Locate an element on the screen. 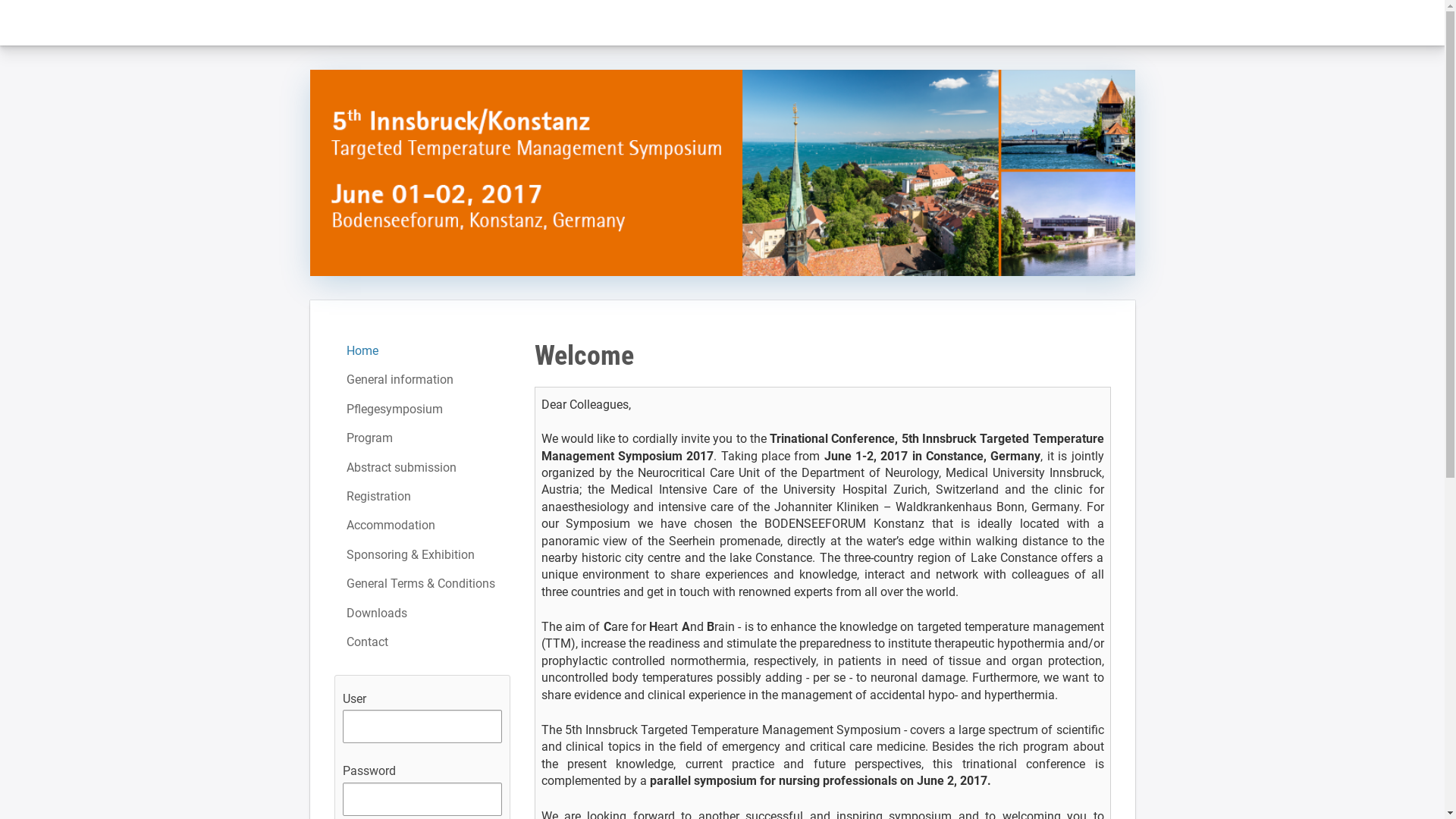  'Abstract submission' is located at coordinates (422, 467).